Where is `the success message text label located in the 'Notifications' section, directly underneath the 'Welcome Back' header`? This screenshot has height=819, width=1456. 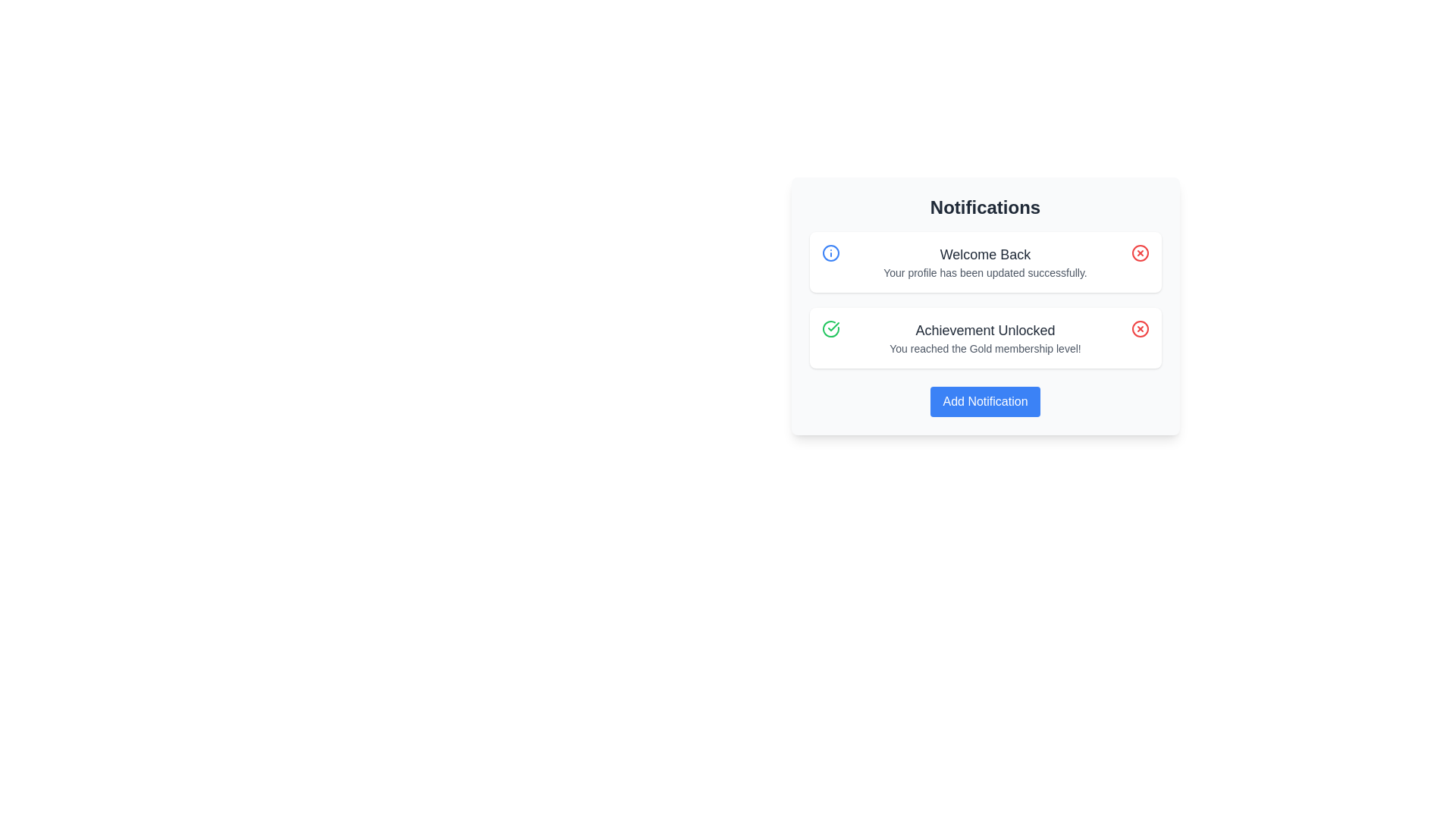 the success message text label located in the 'Notifications' section, directly underneath the 'Welcome Back' header is located at coordinates (985, 271).